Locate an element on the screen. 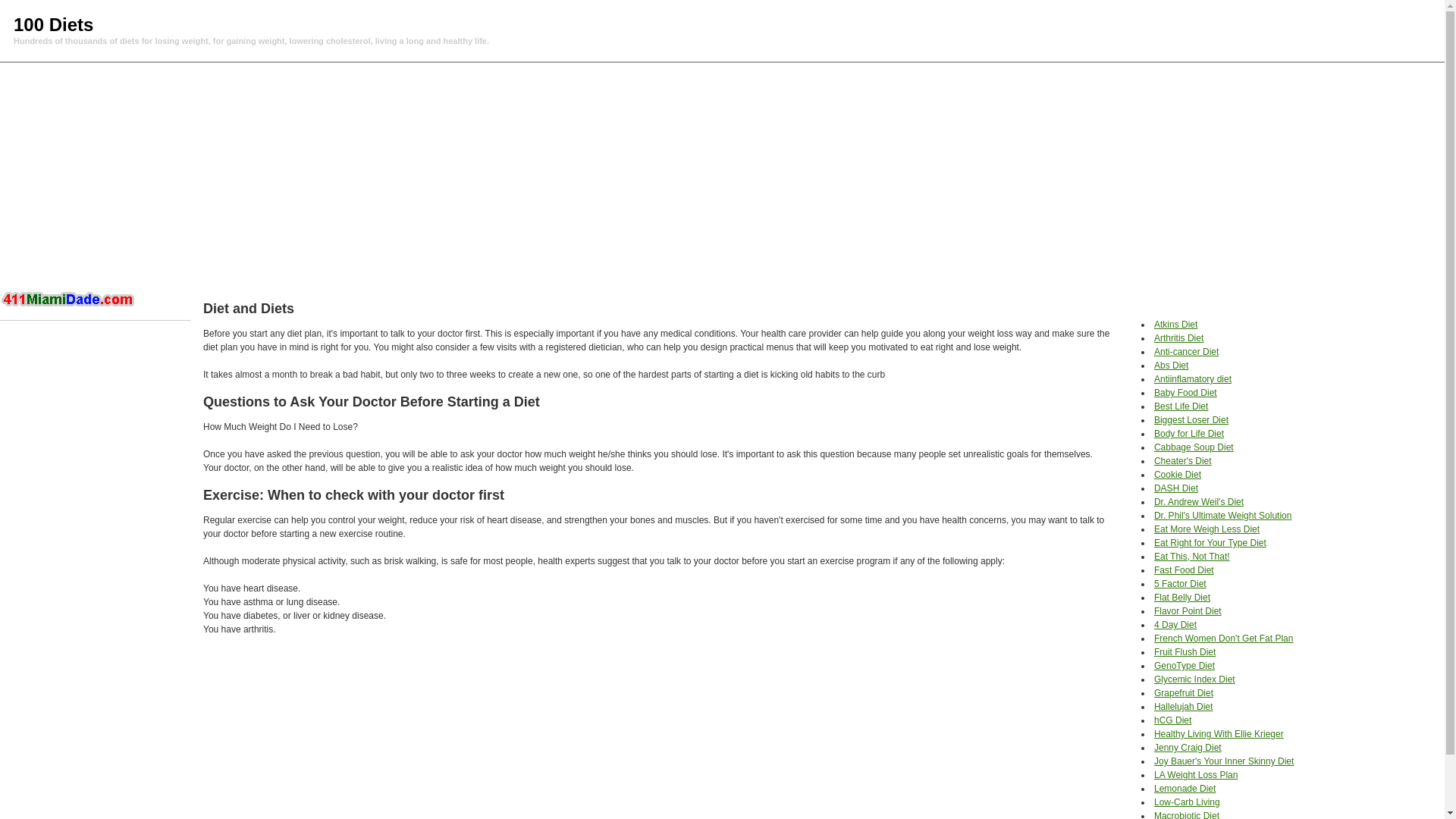 The image size is (1456, 819). 'Cabbage Soup Diet' is located at coordinates (1193, 447).